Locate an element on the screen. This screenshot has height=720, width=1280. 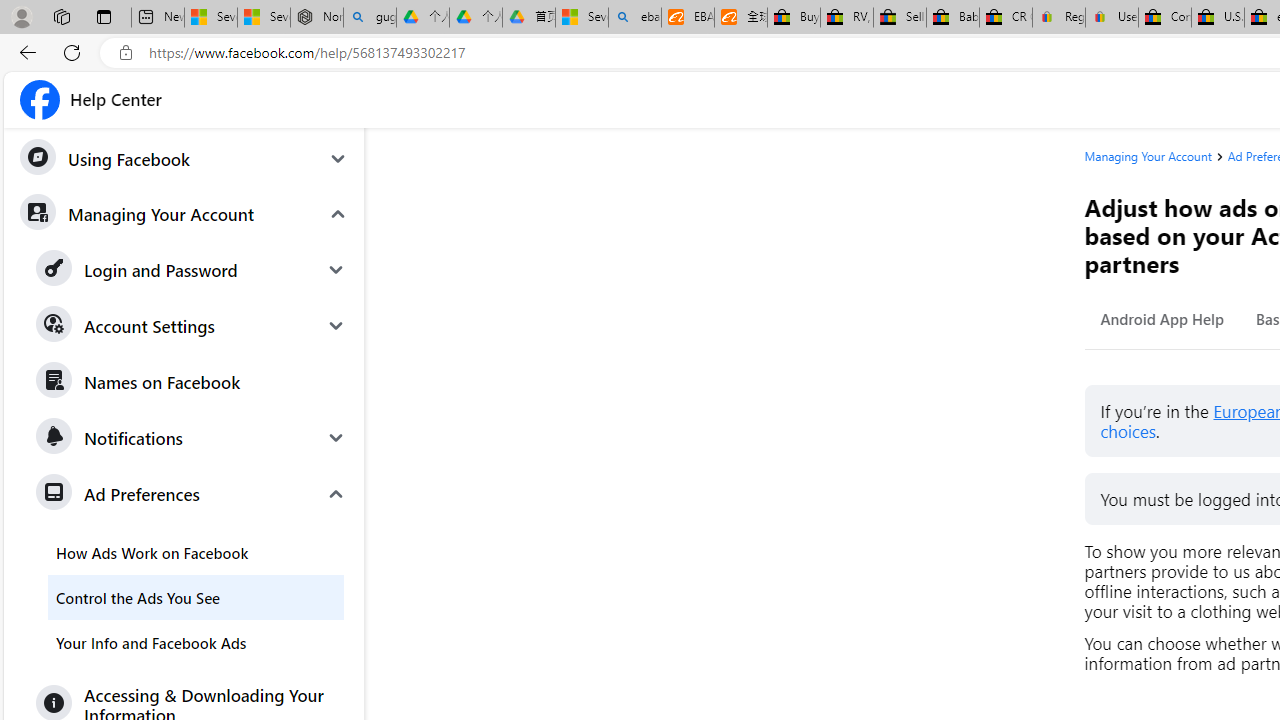
'Login and Password Expand' is located at coordinates (192, 270).